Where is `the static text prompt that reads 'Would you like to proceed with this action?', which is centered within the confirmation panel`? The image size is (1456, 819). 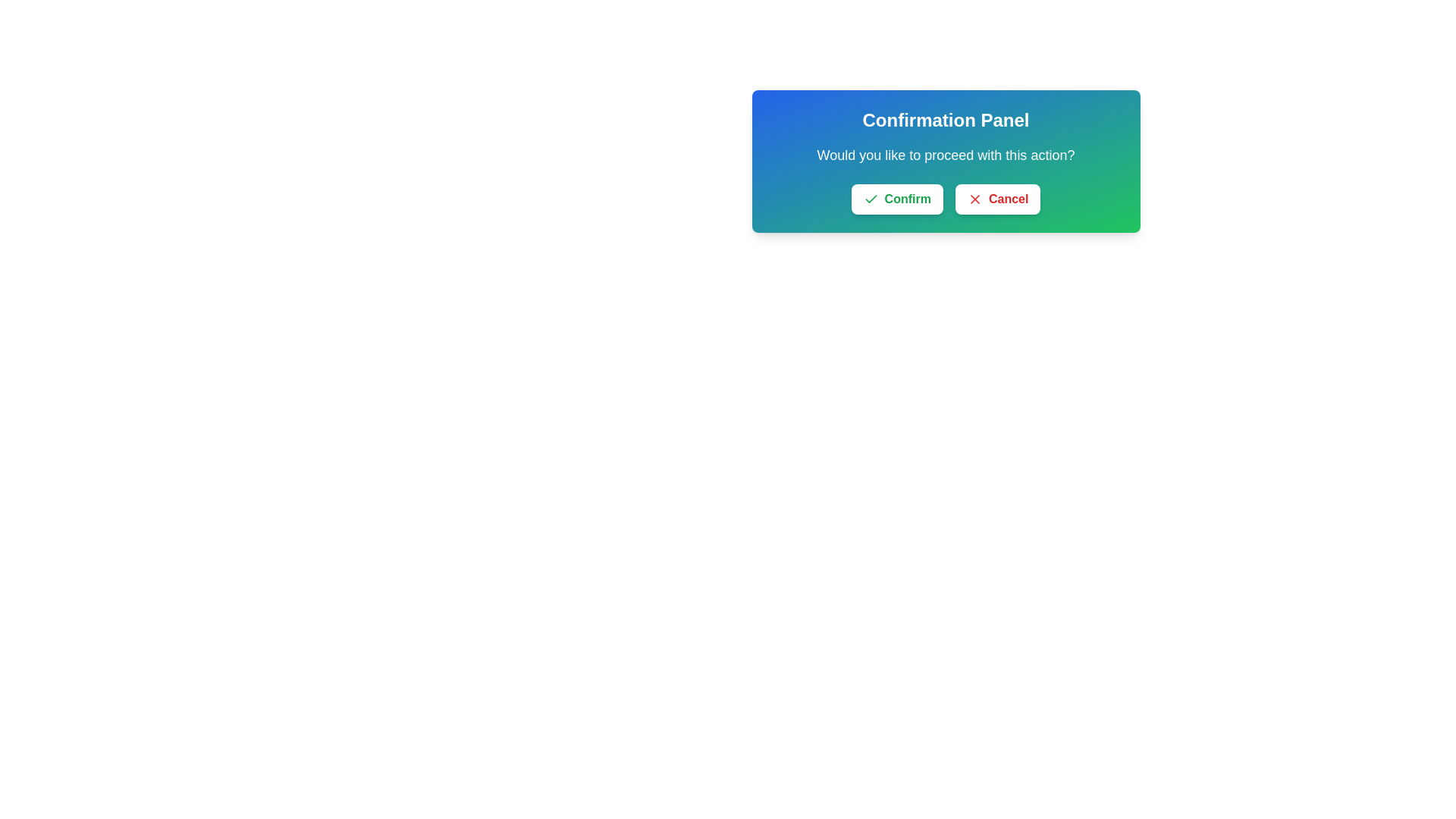 the static text prompt that reads 'Would you like to proceed with this action?', which is centered within the confirmation panel is located at coordinates (945, 155).